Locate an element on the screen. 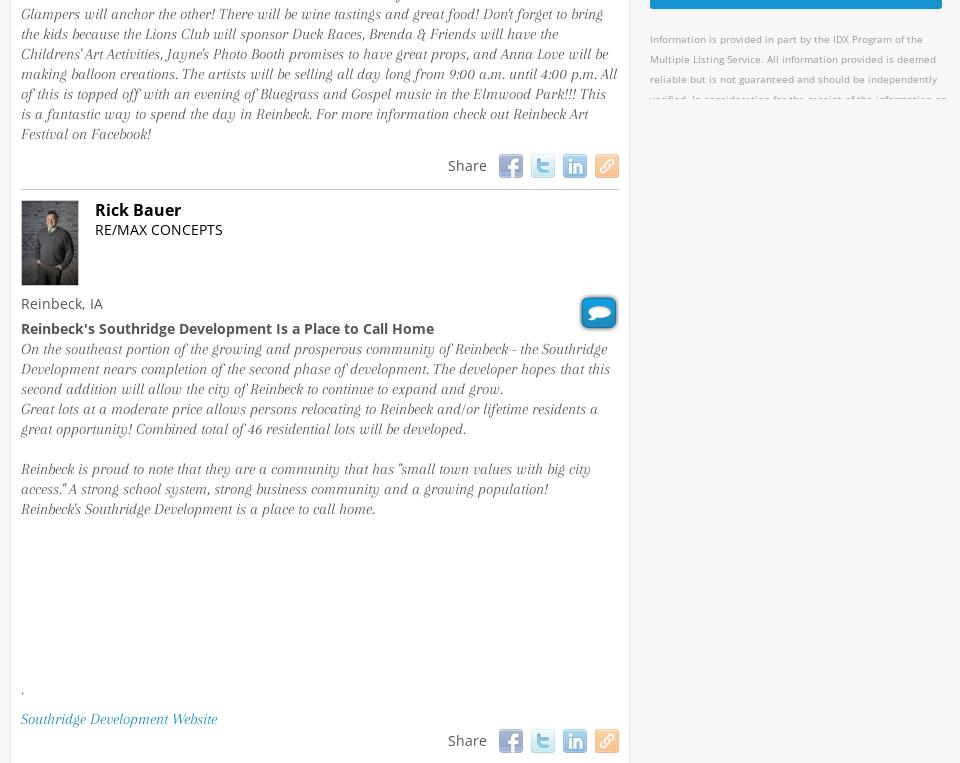 This screenshot has height=763, width=960. 'Reinbeck is proud to note that they are a community that has "small town values with big city access." A strong school system, strong business community and a growing population!' is located at coordinates (305, 478).